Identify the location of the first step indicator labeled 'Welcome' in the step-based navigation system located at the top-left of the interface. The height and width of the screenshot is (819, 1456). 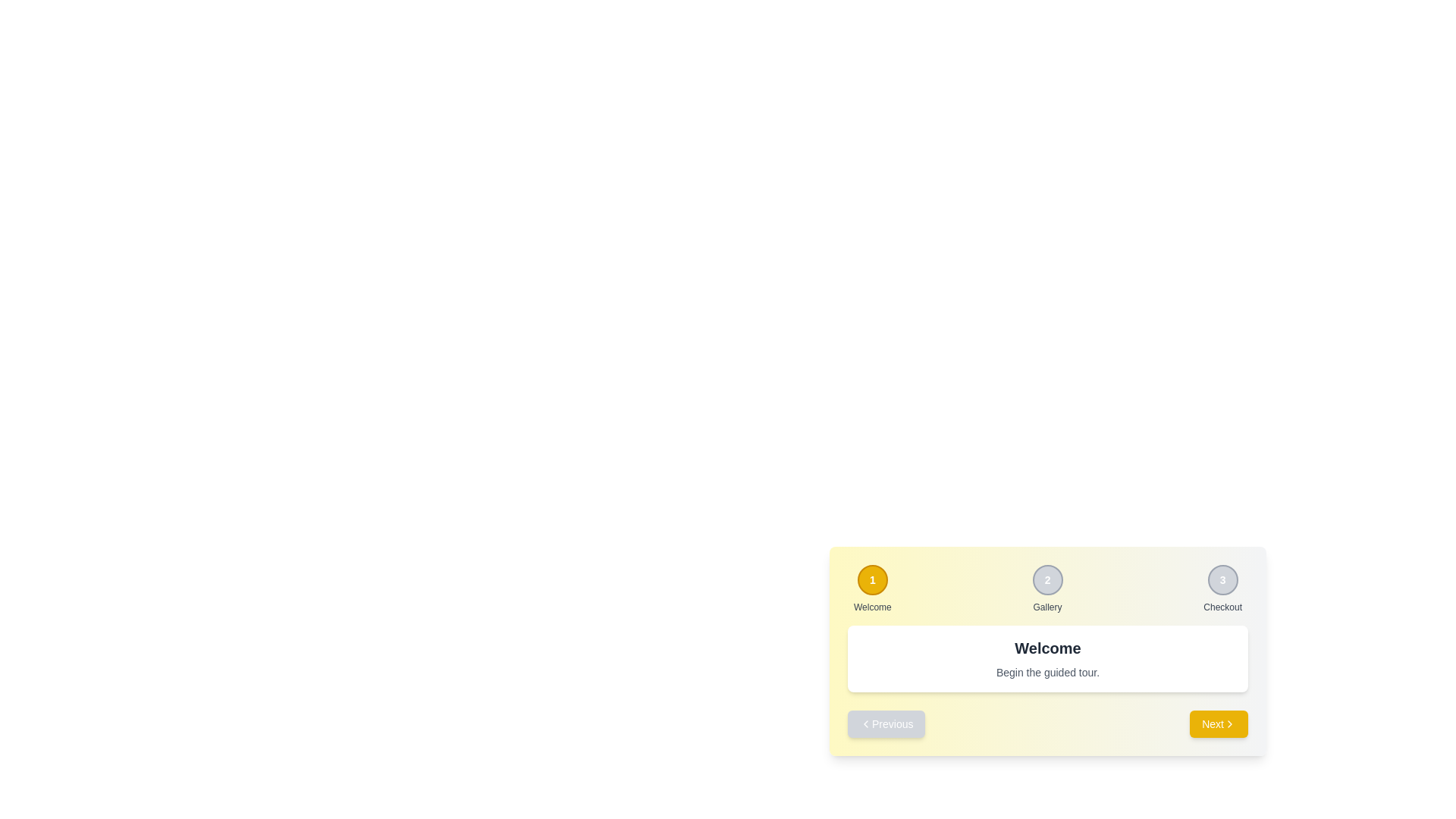
(872, 588).